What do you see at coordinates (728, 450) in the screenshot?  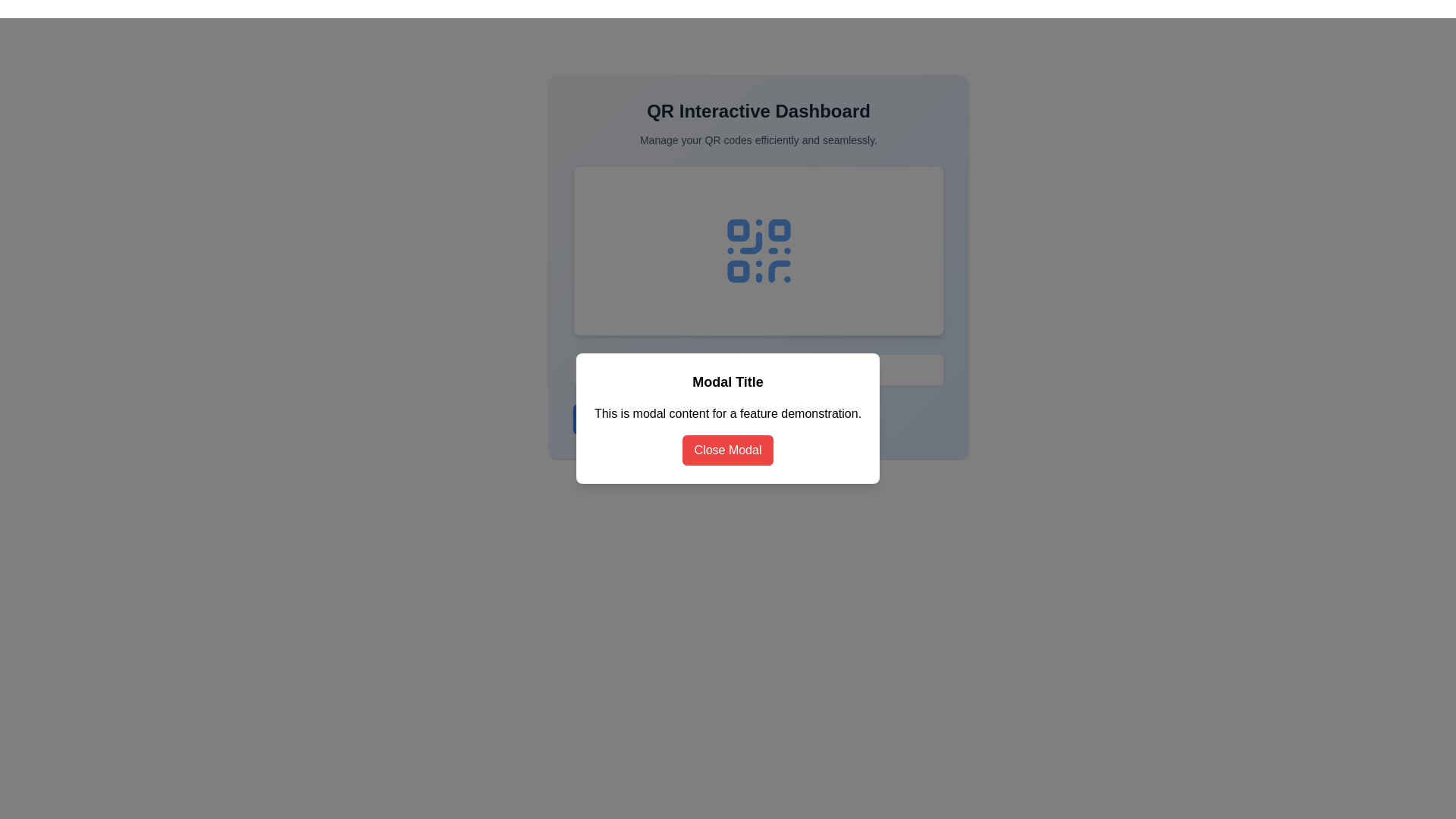 I see `the close button located at the bottom of the modal window to observe its hover effects, which indicate its interactive functionality` at bounding box center [728, 450].